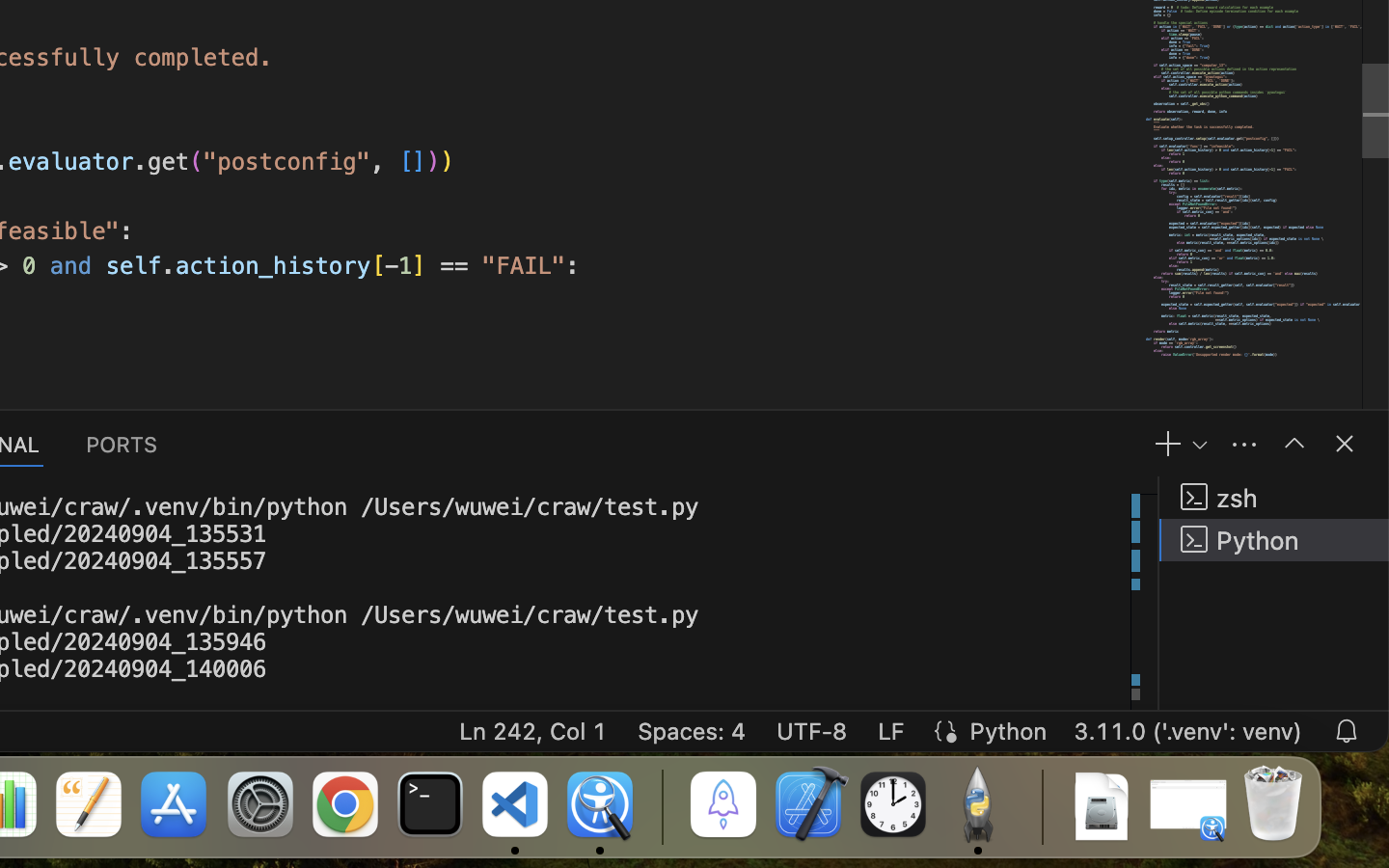 This screenshot has width=1389, height=868. Describe the element at coordinates (661, 805) in the screenshot. I see `'0.4285714328289032'` at that location.